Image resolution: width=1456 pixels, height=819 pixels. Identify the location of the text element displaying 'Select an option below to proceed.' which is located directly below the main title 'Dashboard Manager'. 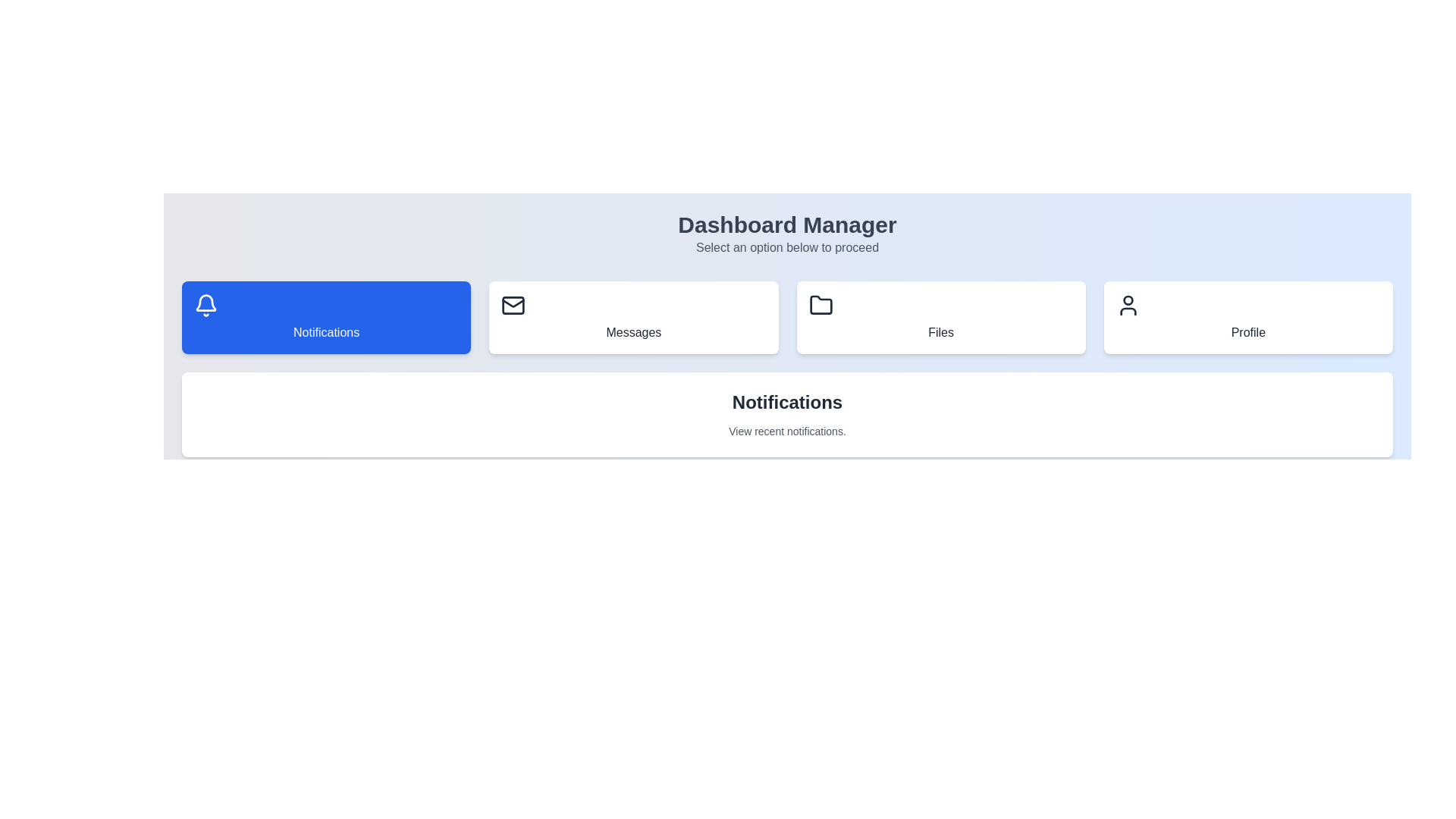
(787, 247).